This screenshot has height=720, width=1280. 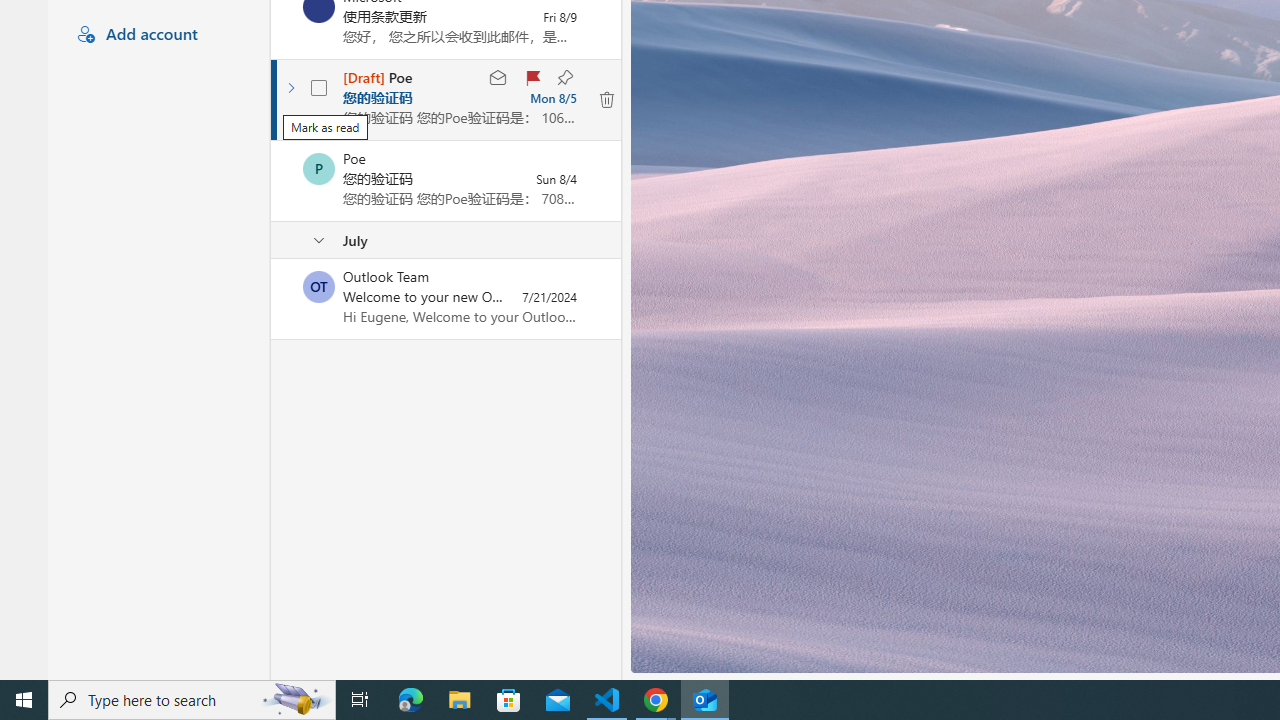 What do you see at coordinates (531, 77) in the screenshot?
I see `'Unflag this message'` at bounding box center [531, 77].